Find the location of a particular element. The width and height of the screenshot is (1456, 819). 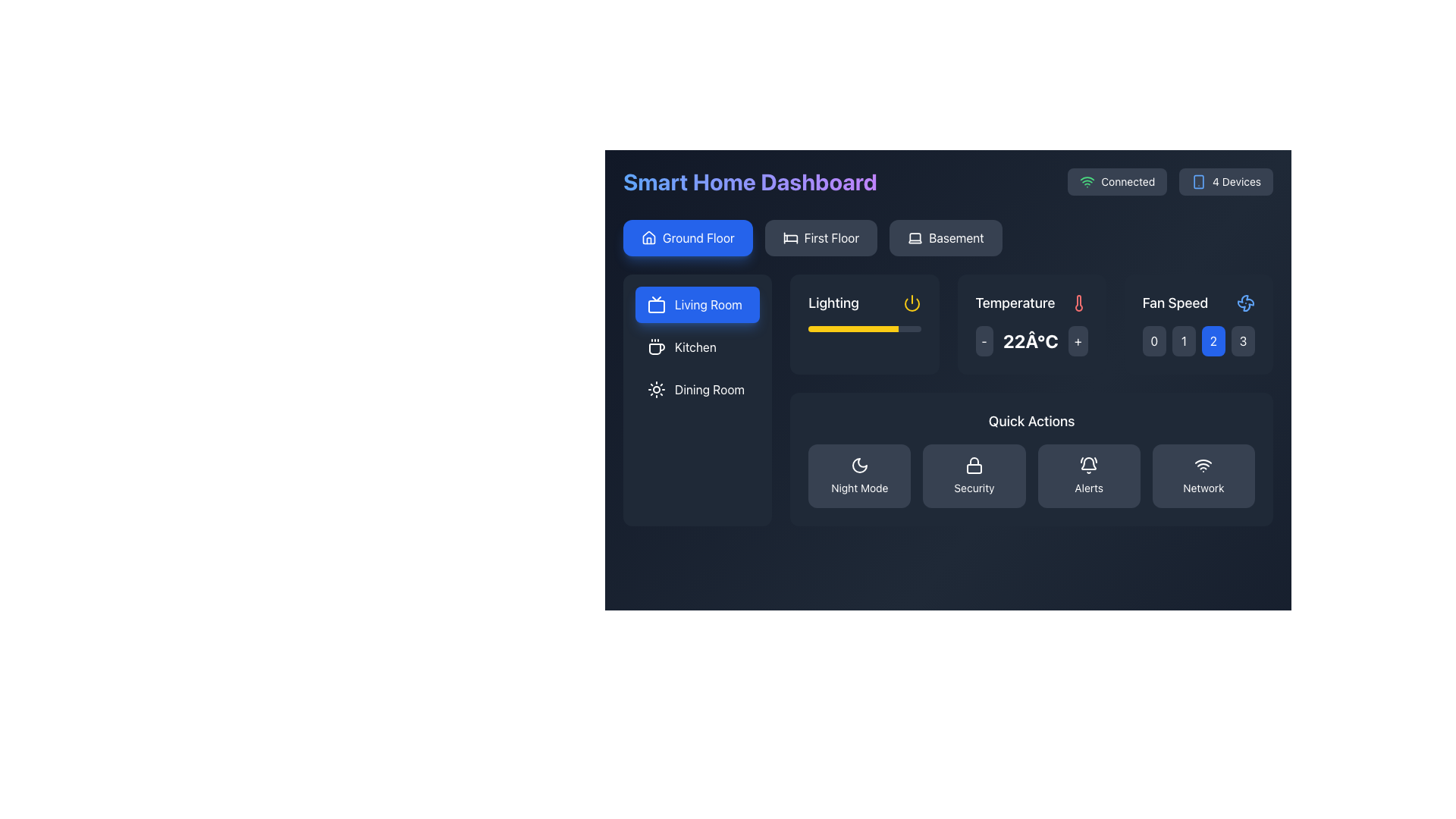

slider is located at coordinates (833, 328).